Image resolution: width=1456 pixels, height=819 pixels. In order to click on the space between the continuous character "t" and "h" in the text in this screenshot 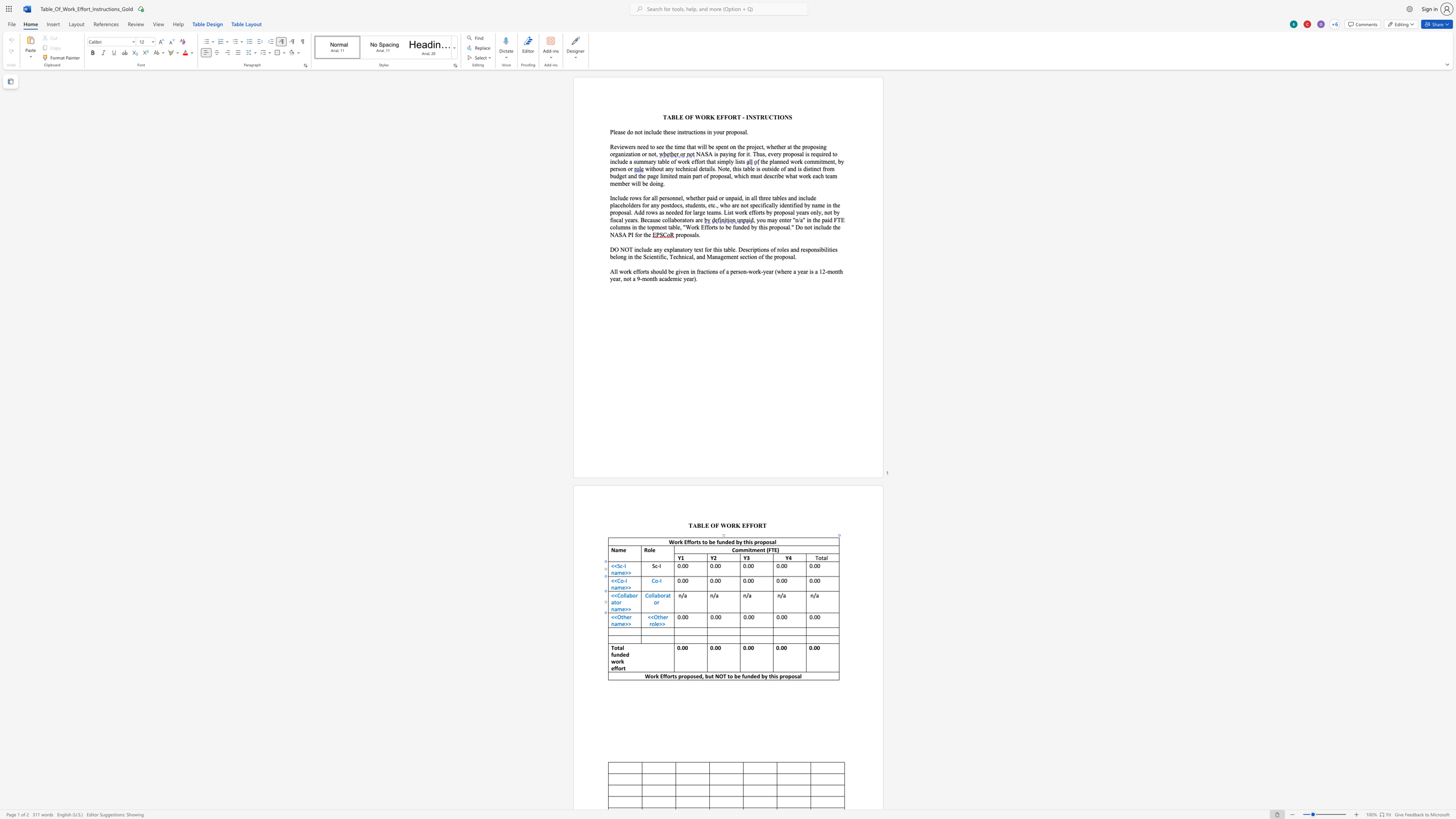, I will do `click(623, 617)`.